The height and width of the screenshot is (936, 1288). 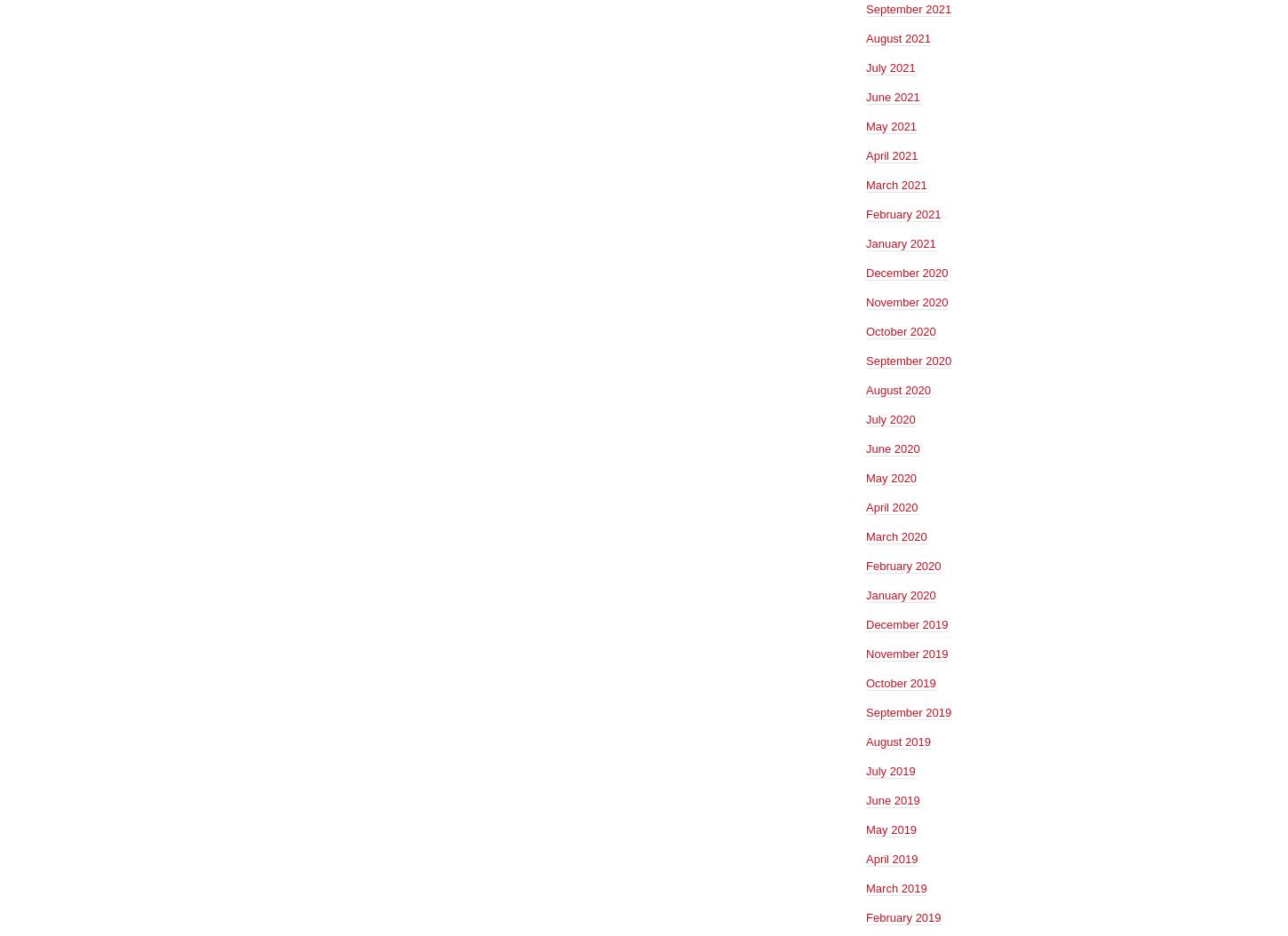 I want to click on 'October 2020', so click(x=900, y=329).